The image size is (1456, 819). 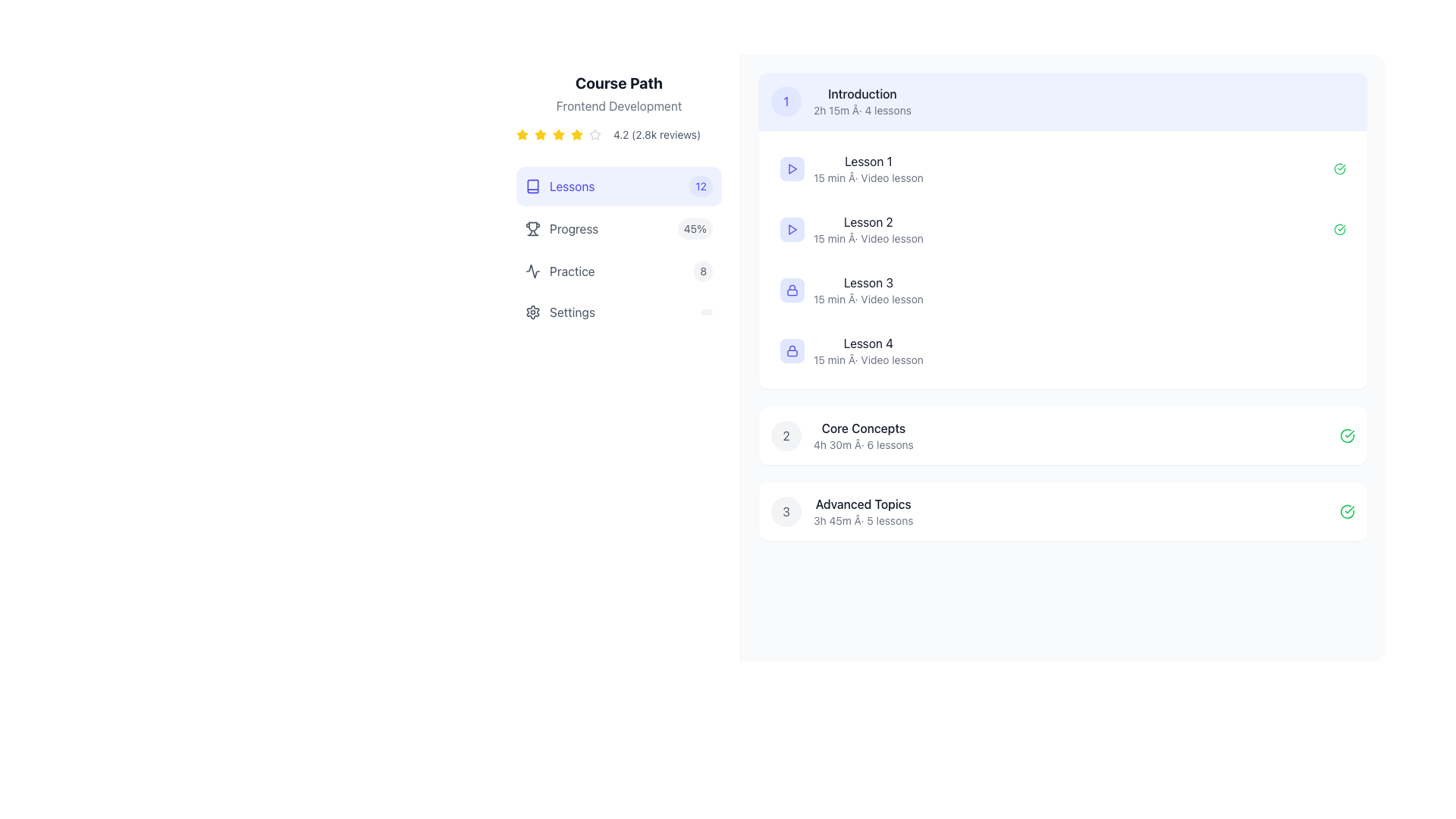 What do you see at coordinates (863, 444) in the screenshot?
I see `text content of the gray text label displaying course duration and lesson count details, located beneath the title 'Core Concepts'` at bounding box center [863, 444].